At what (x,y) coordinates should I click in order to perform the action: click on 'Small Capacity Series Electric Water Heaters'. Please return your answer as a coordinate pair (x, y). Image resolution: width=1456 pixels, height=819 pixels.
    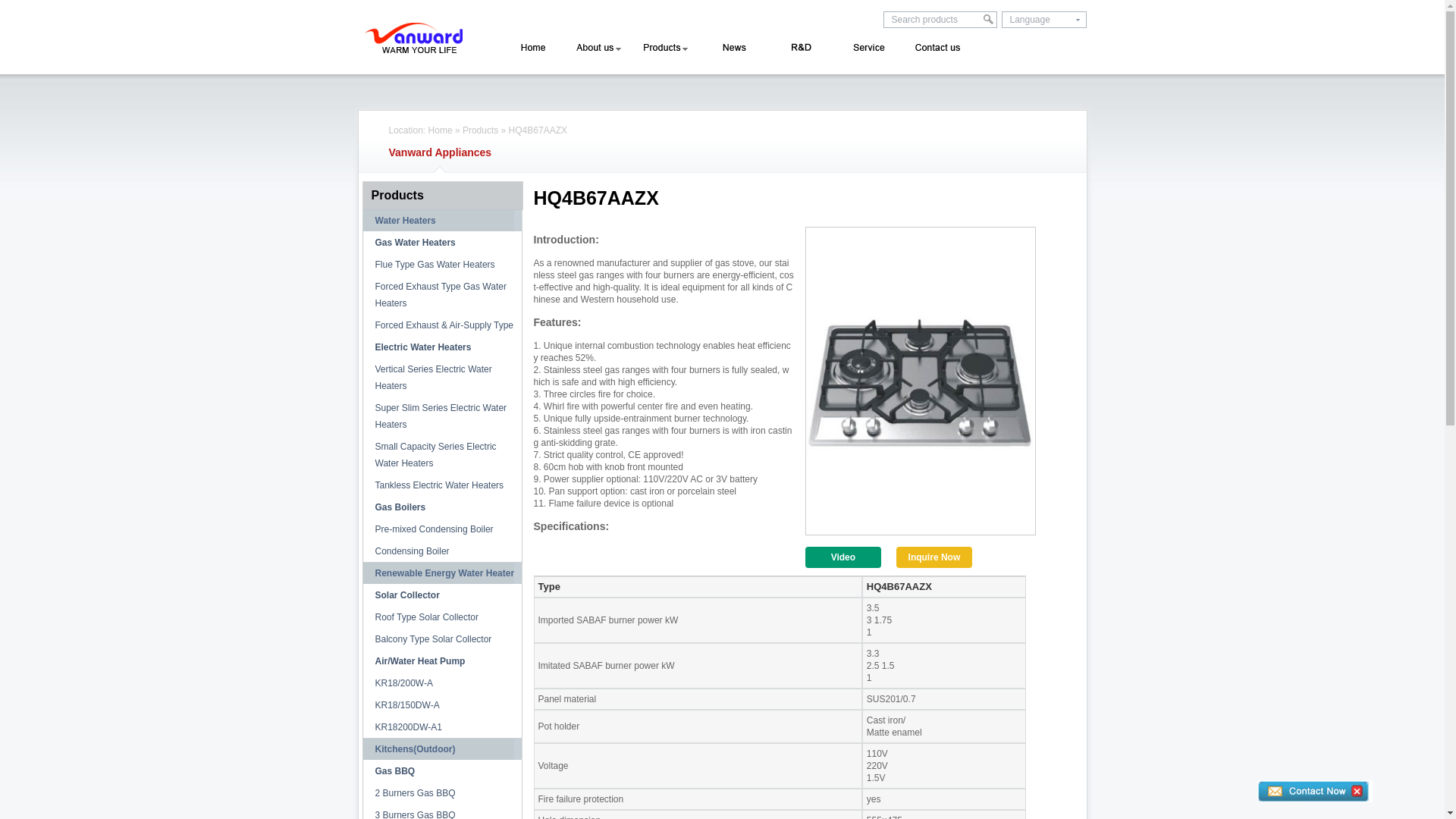
    Looking at the image, I should click on (441, 454).